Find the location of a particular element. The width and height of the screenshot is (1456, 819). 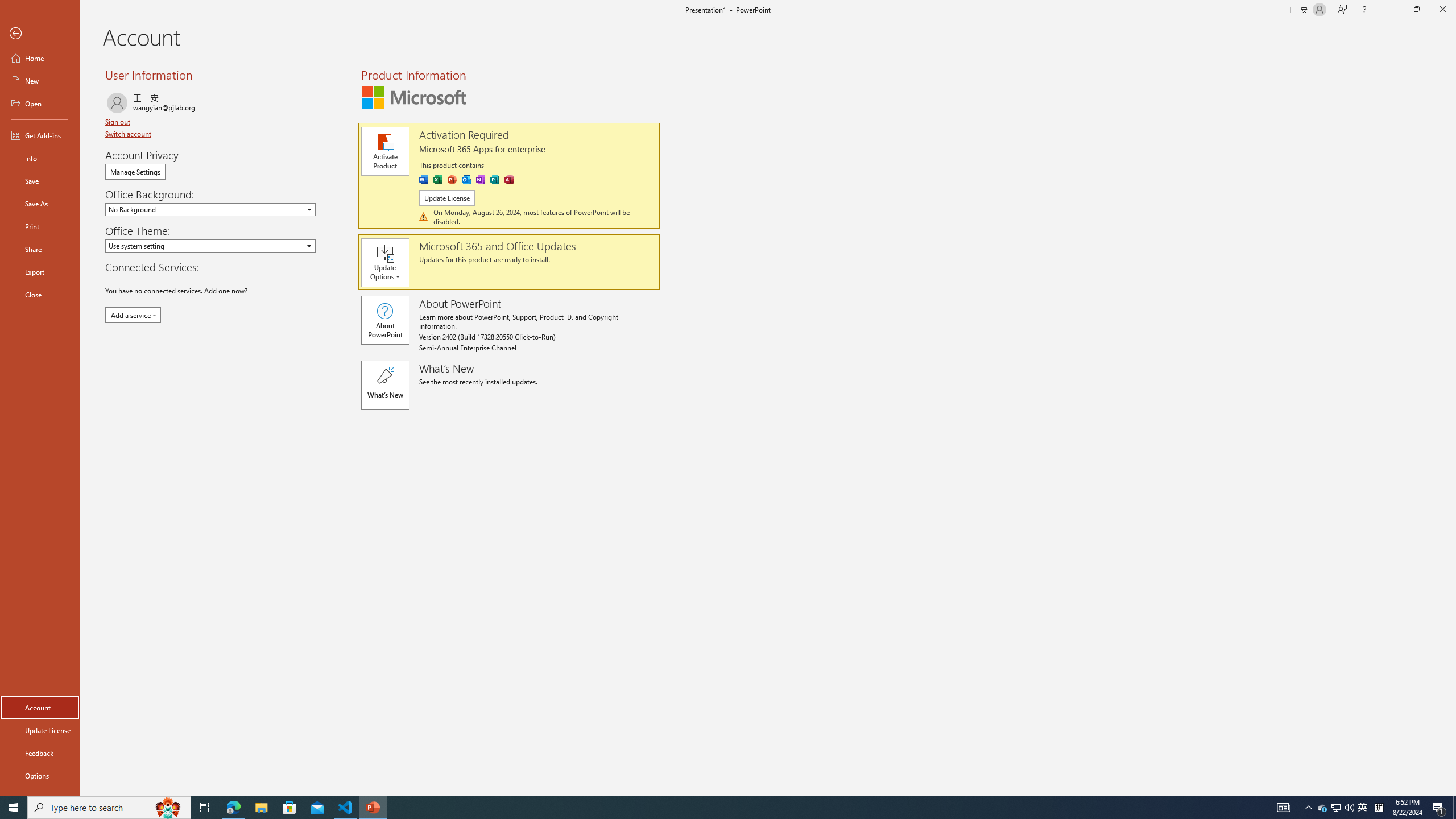

'Word' is located at coordinates (423, 179).